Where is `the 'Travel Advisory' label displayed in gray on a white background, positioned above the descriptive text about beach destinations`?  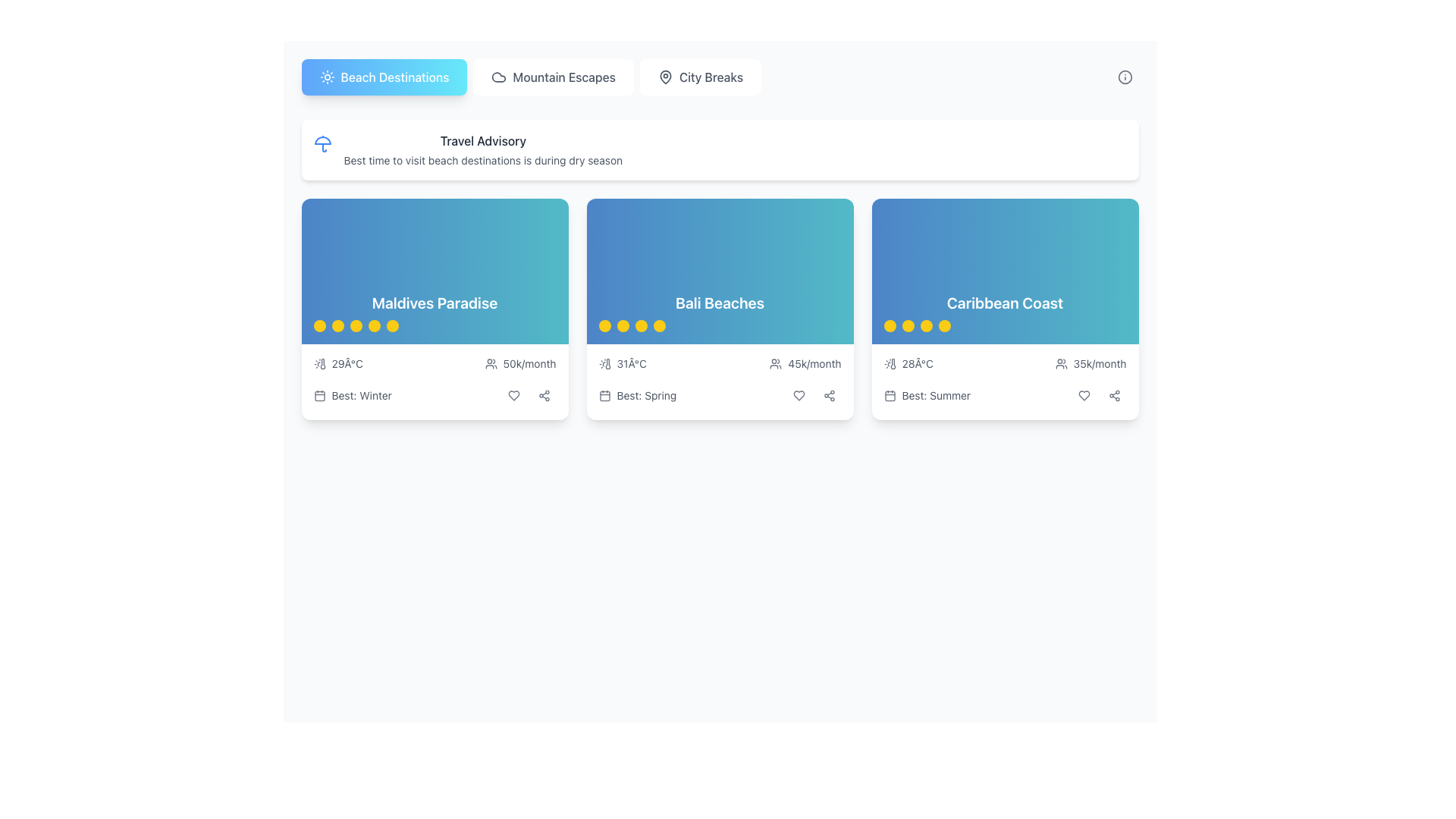 the 'Travel Advisory' label displayed in gray on a white background, positioned above the descriptive text about beach destinations is located at coordinates (482, 140).